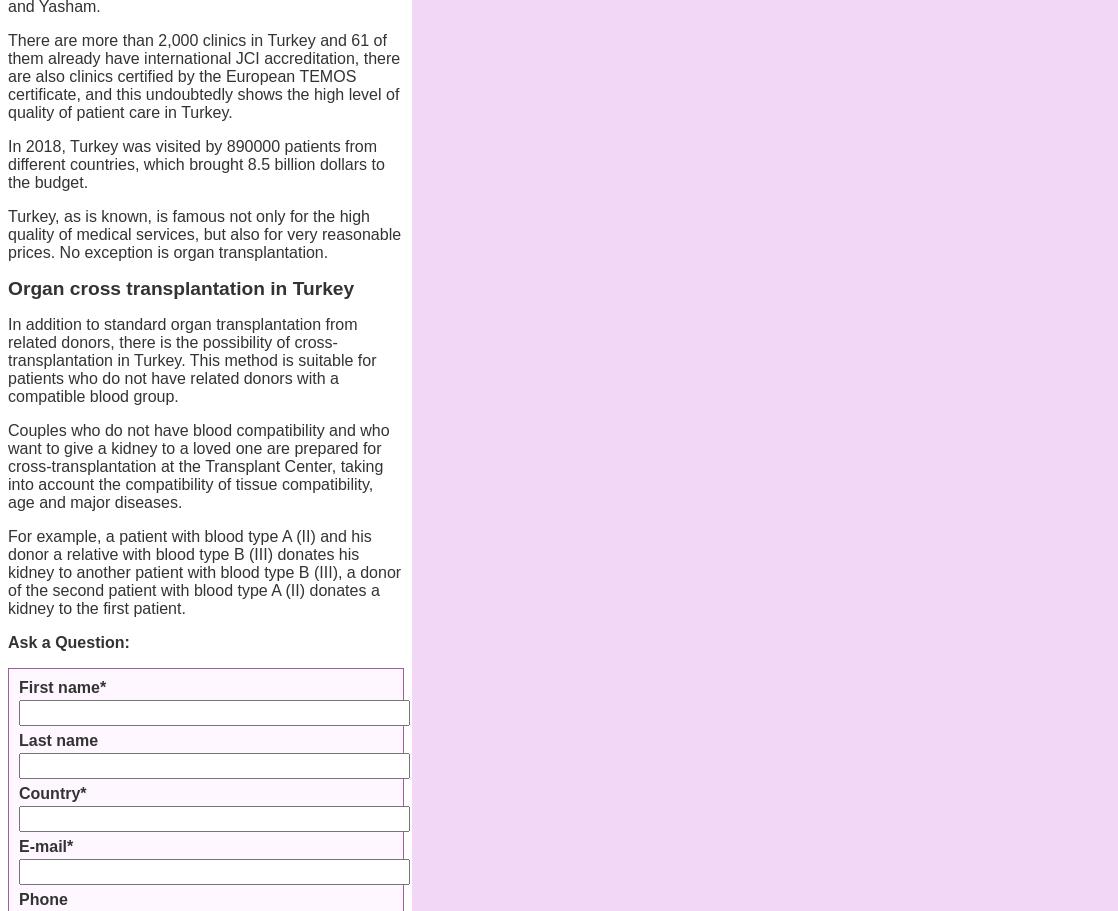  I want to click on 'There are more than 2,000 clinics in Turkey and 61 of them already have international JCI accreditation, there are also clinics certified by the European TEMOS certificate, and this undoubtedly shows the high level of quality of patient care in Turkey.', so click(204, 76).